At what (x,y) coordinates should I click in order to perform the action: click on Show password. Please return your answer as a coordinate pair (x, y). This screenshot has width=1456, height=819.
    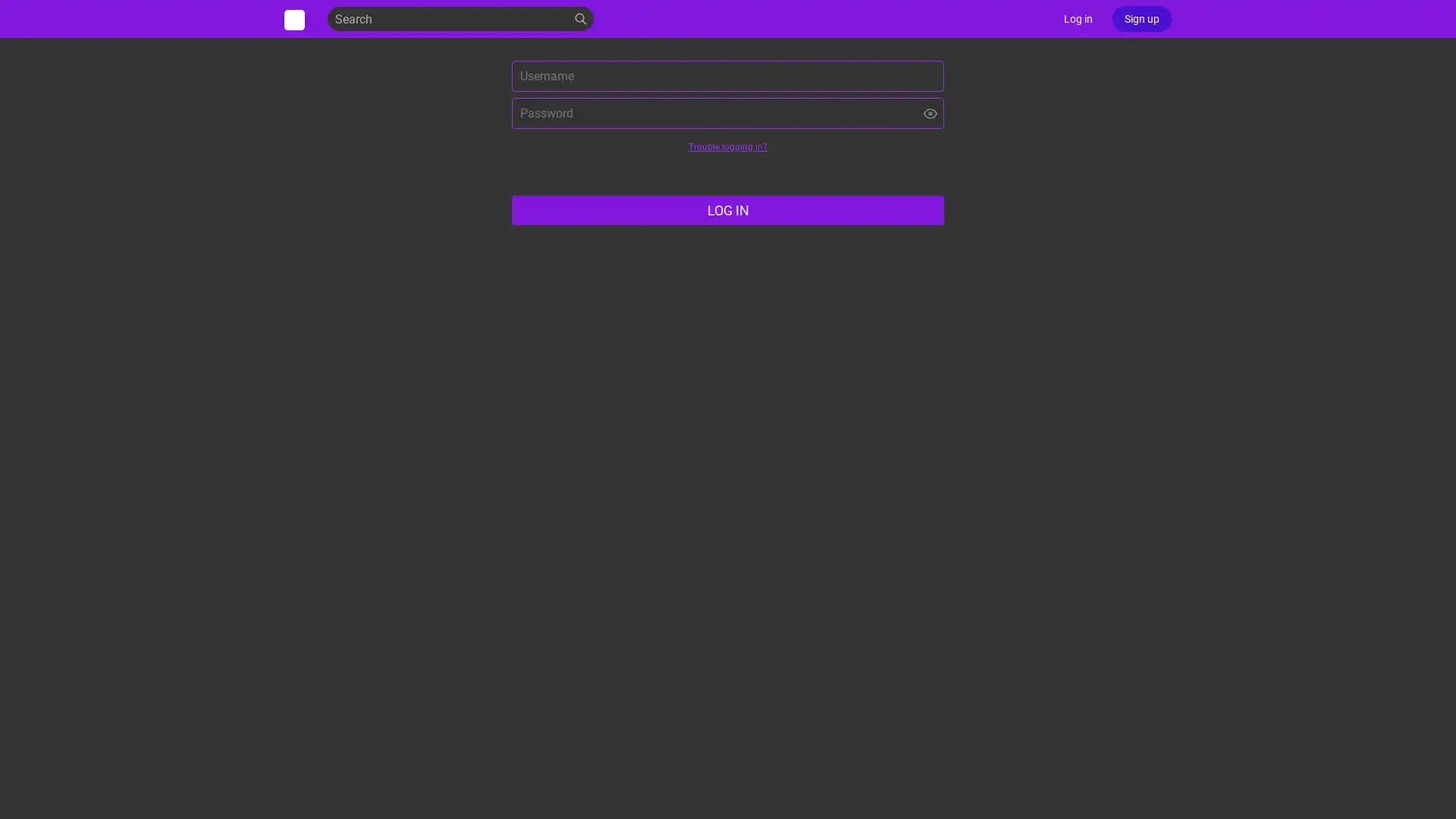
    Looking at the image, I should click on (930, 112).